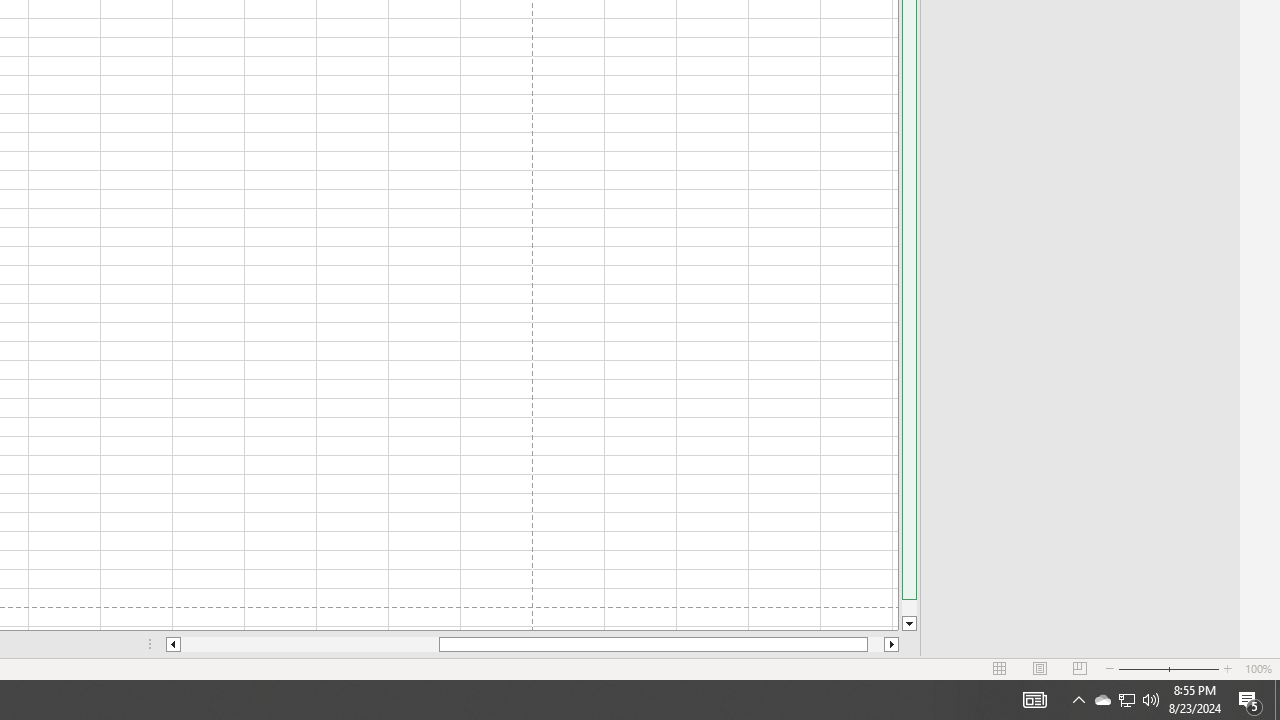 Image resolution: width=1280 pixels, height=720 pixels. Describe the element at coordinates (1000, 669) in the screenshot. I see `'Normal'` at that location.